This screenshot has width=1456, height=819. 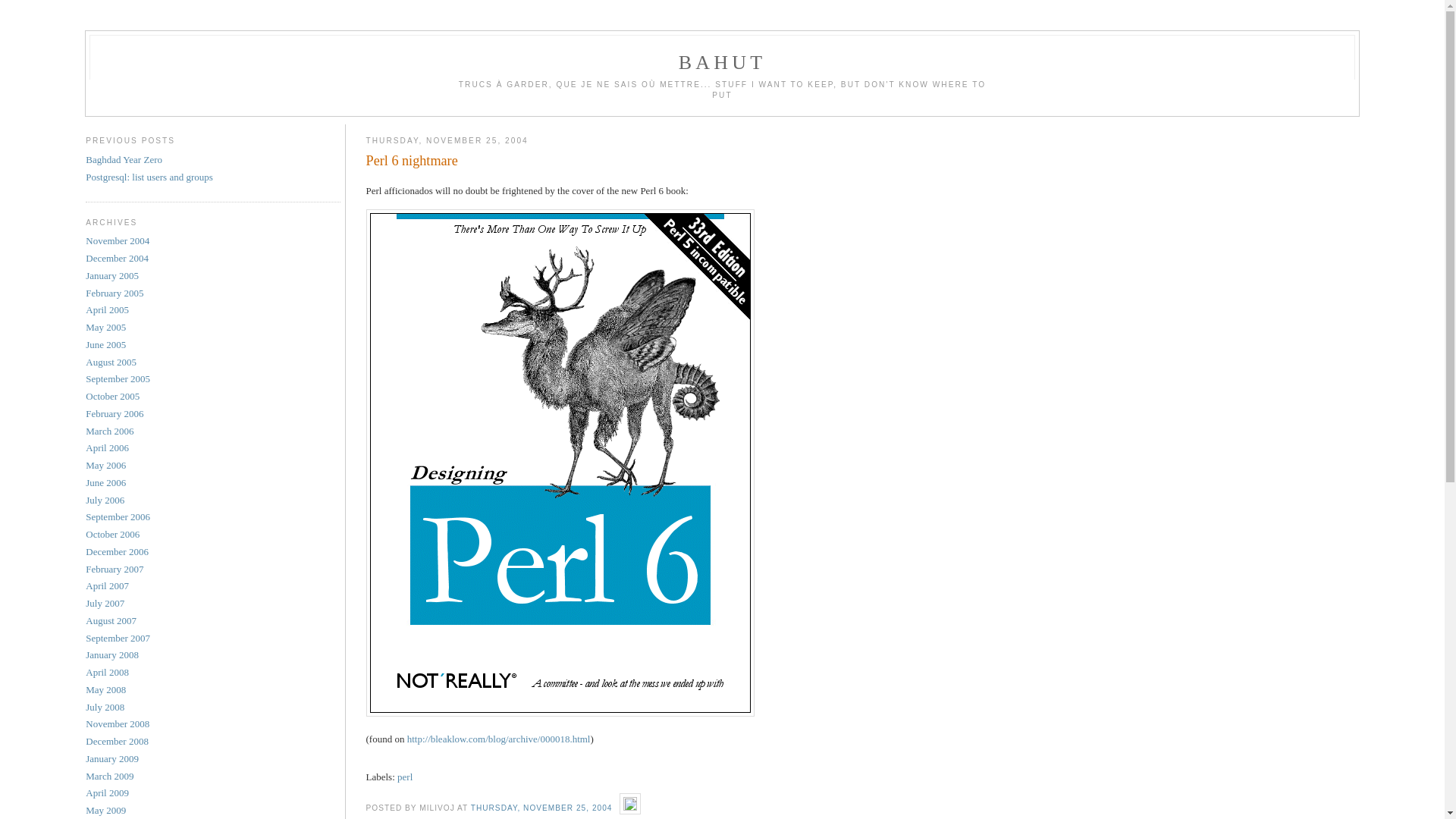 I want to click on 'February 2007', so click(x=113, y=569).